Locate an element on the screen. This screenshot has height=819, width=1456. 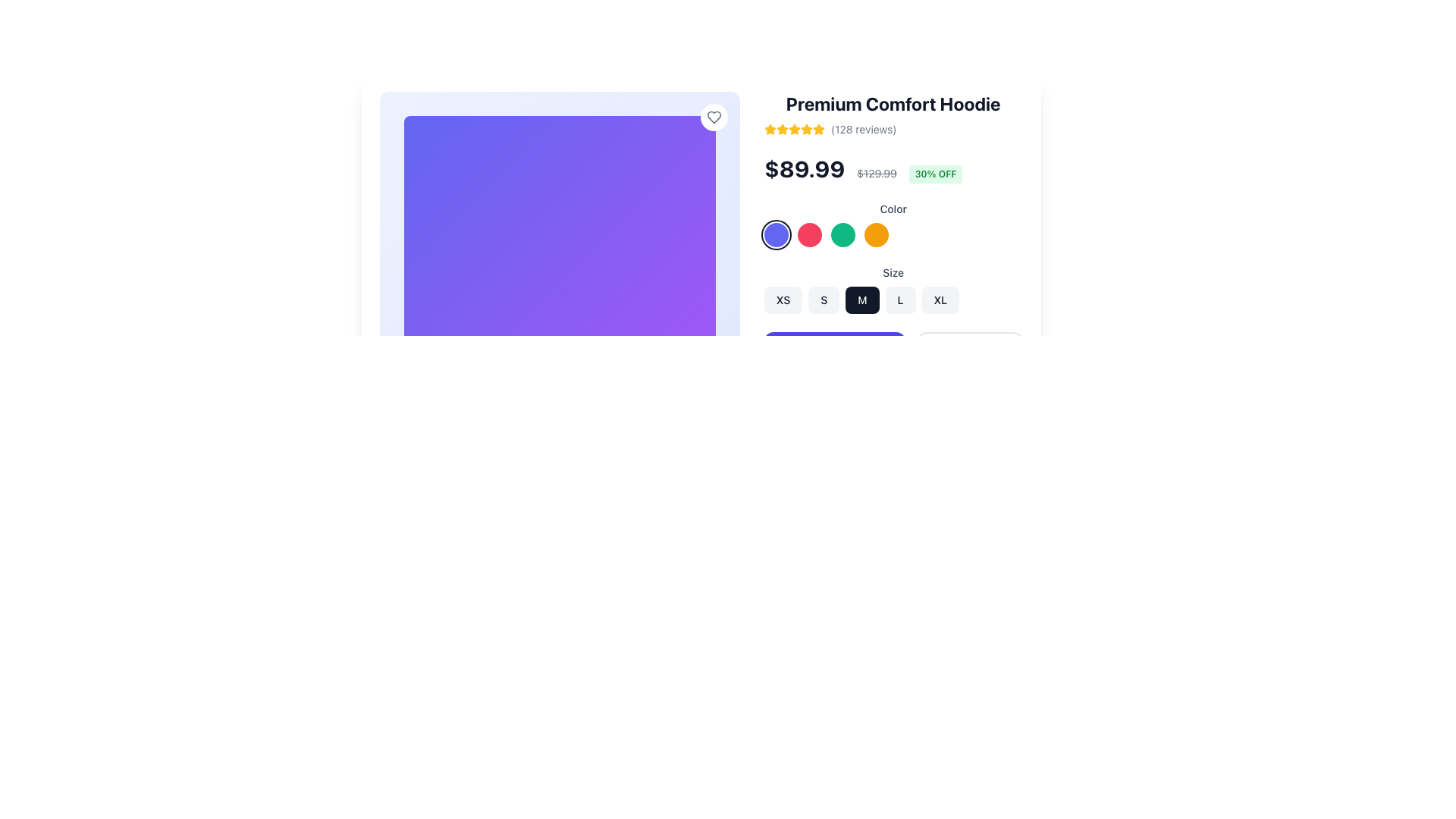
the grouped interactive button set for size selection located beneath the color selection options is located at coordinates (893, 289).